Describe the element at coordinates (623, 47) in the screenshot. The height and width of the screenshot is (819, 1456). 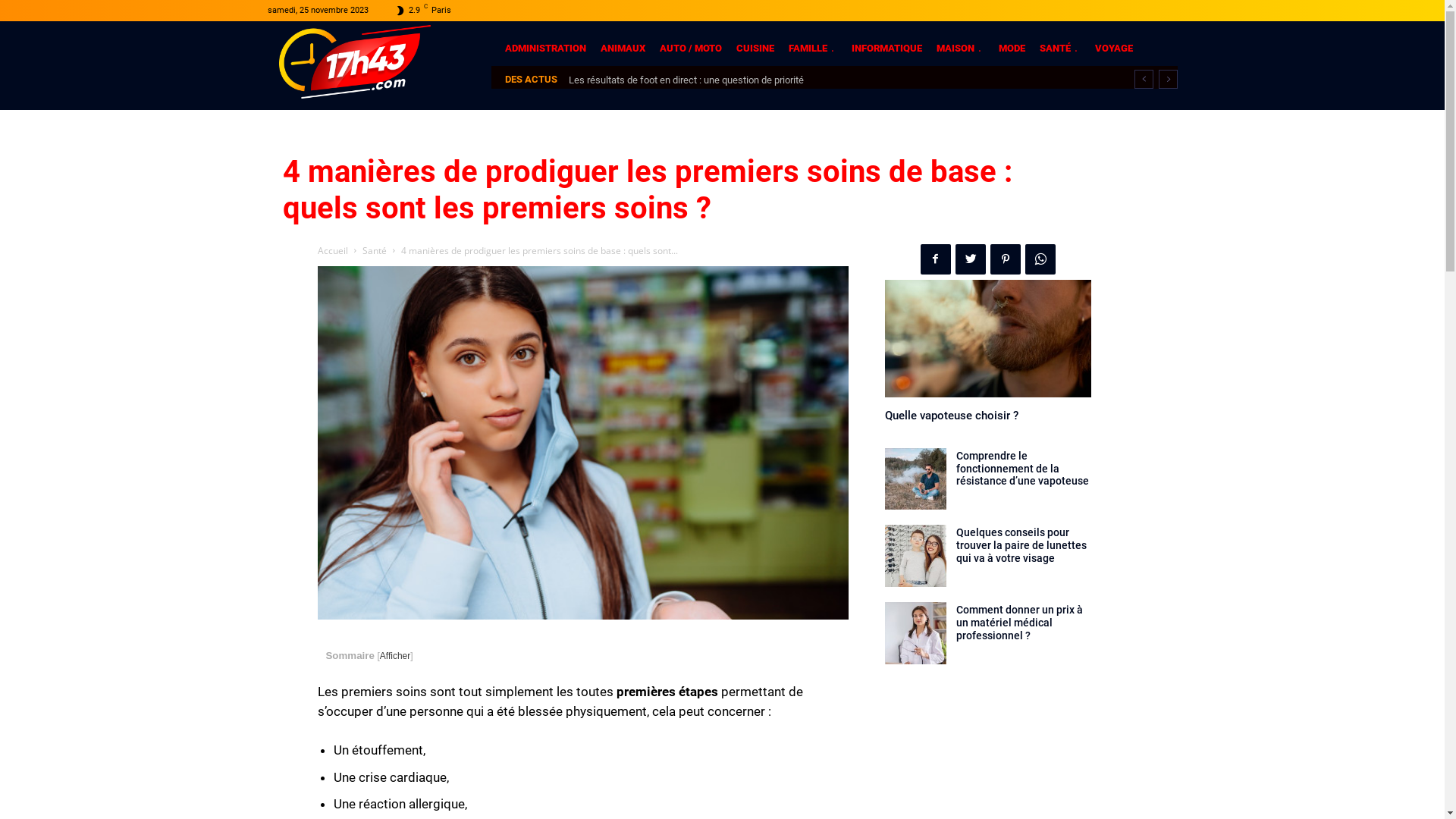
I see `'ANIMAUX'` at that location.